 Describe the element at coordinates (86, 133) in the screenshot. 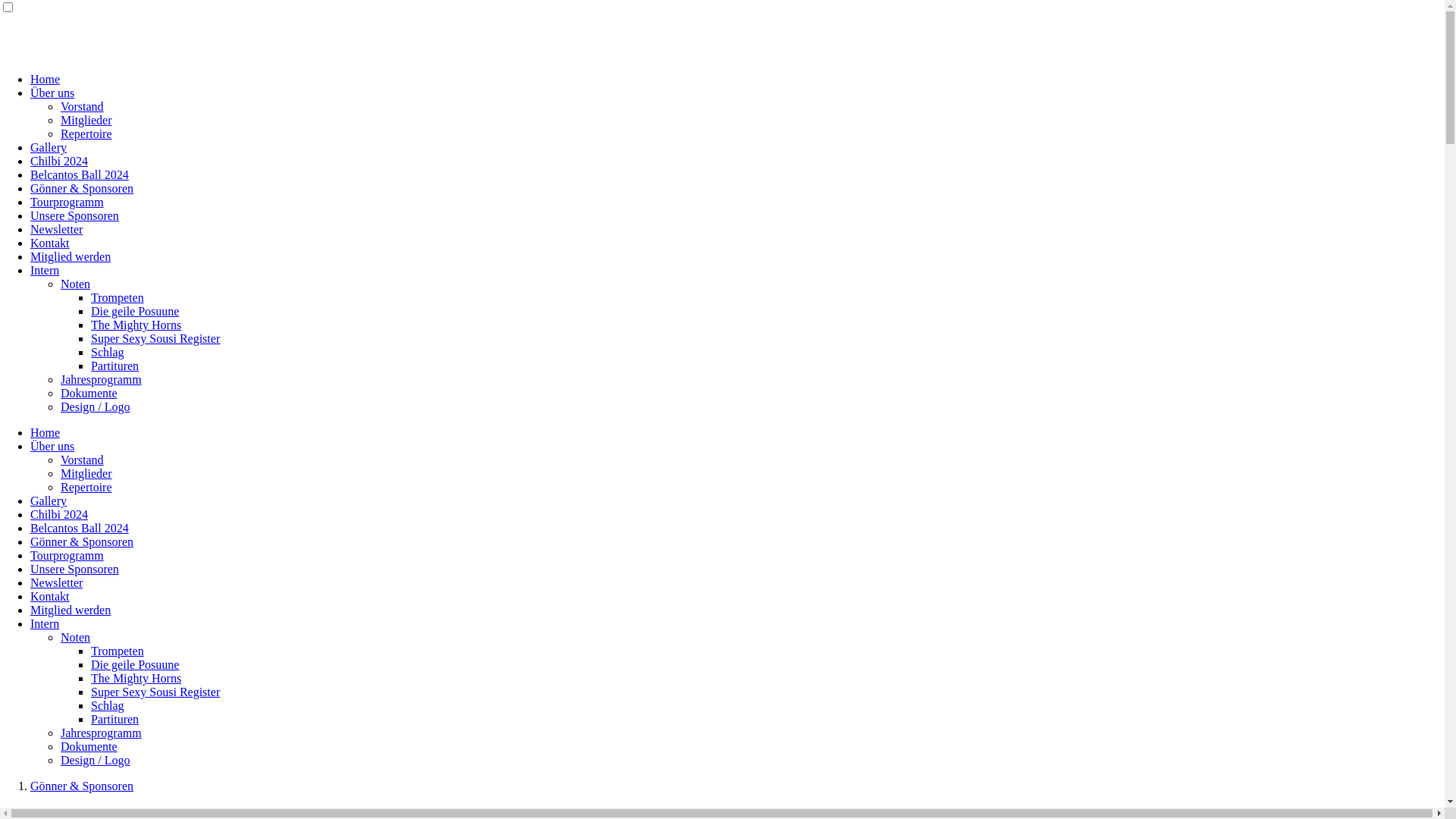

I see `'Repertoire'` at that location.